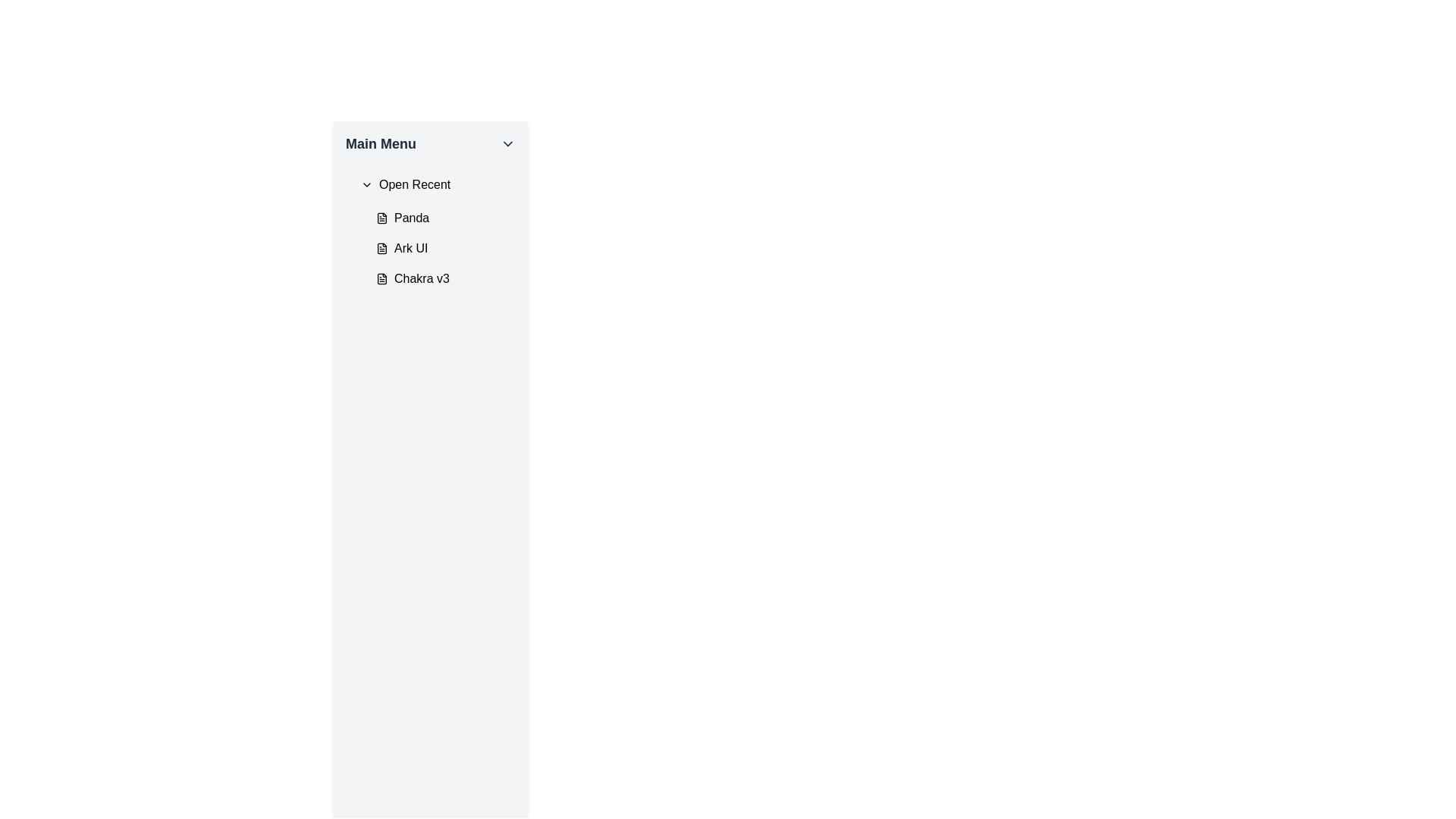  Describe the element at coordinates (447, 247) in the screenshot. I see `the 'Ark UI' navigational menu item, which is the second item in the vertical list within the 'Main Menu' section` at that location.